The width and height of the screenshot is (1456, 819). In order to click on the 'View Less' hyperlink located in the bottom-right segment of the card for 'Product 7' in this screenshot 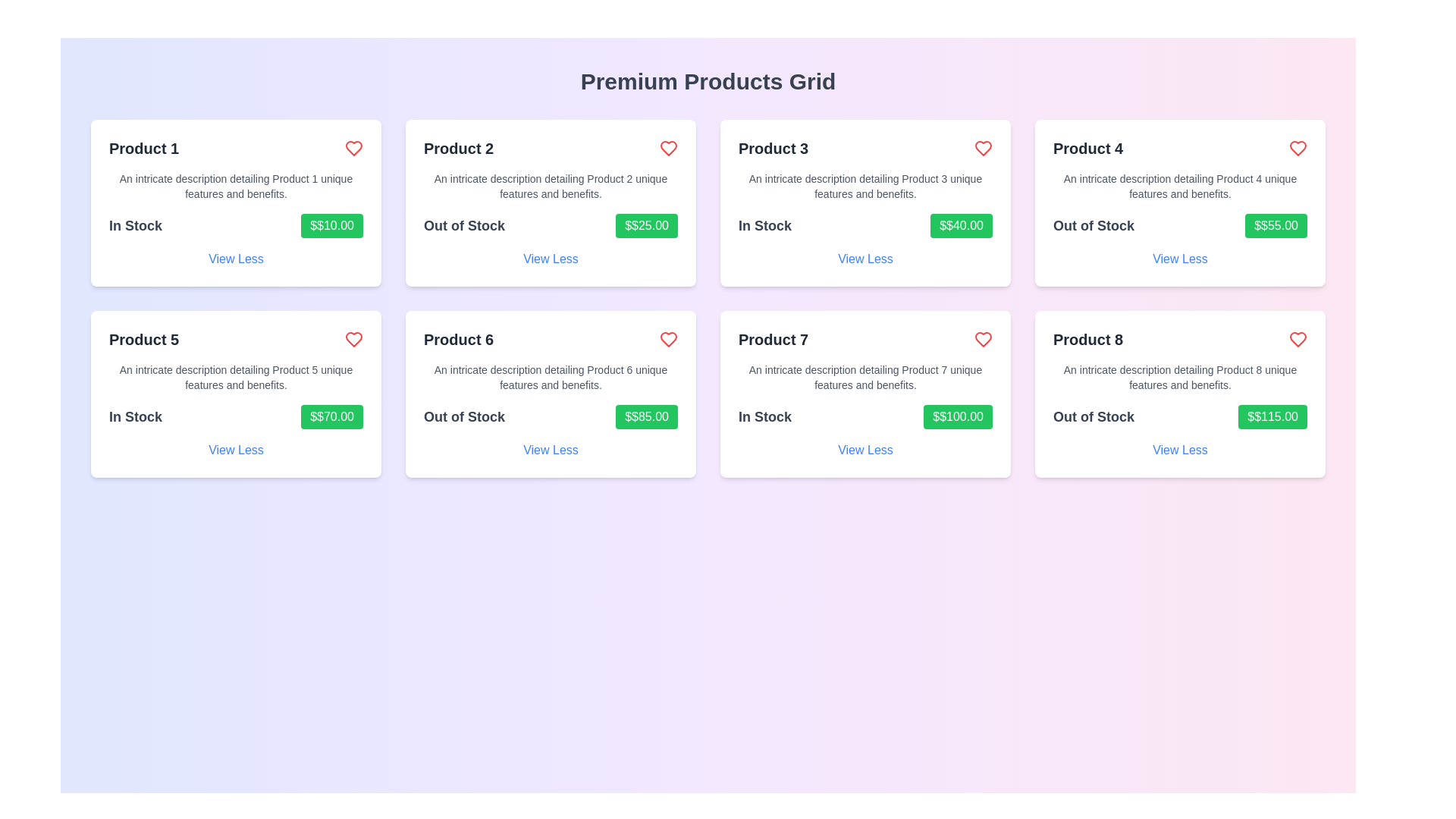, I will do `click(865, 450)`.